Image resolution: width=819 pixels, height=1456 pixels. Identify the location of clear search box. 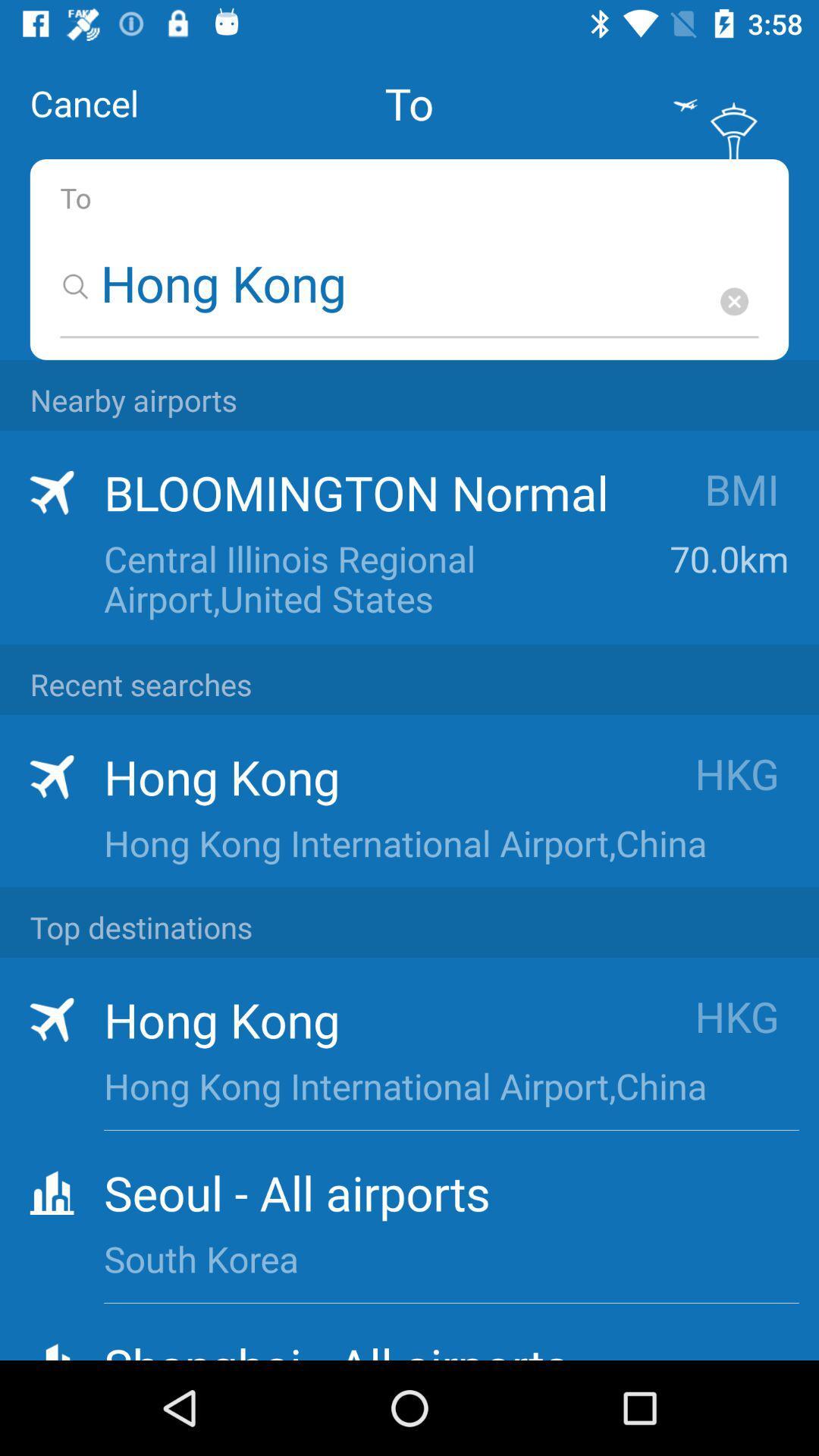
(733, 301).